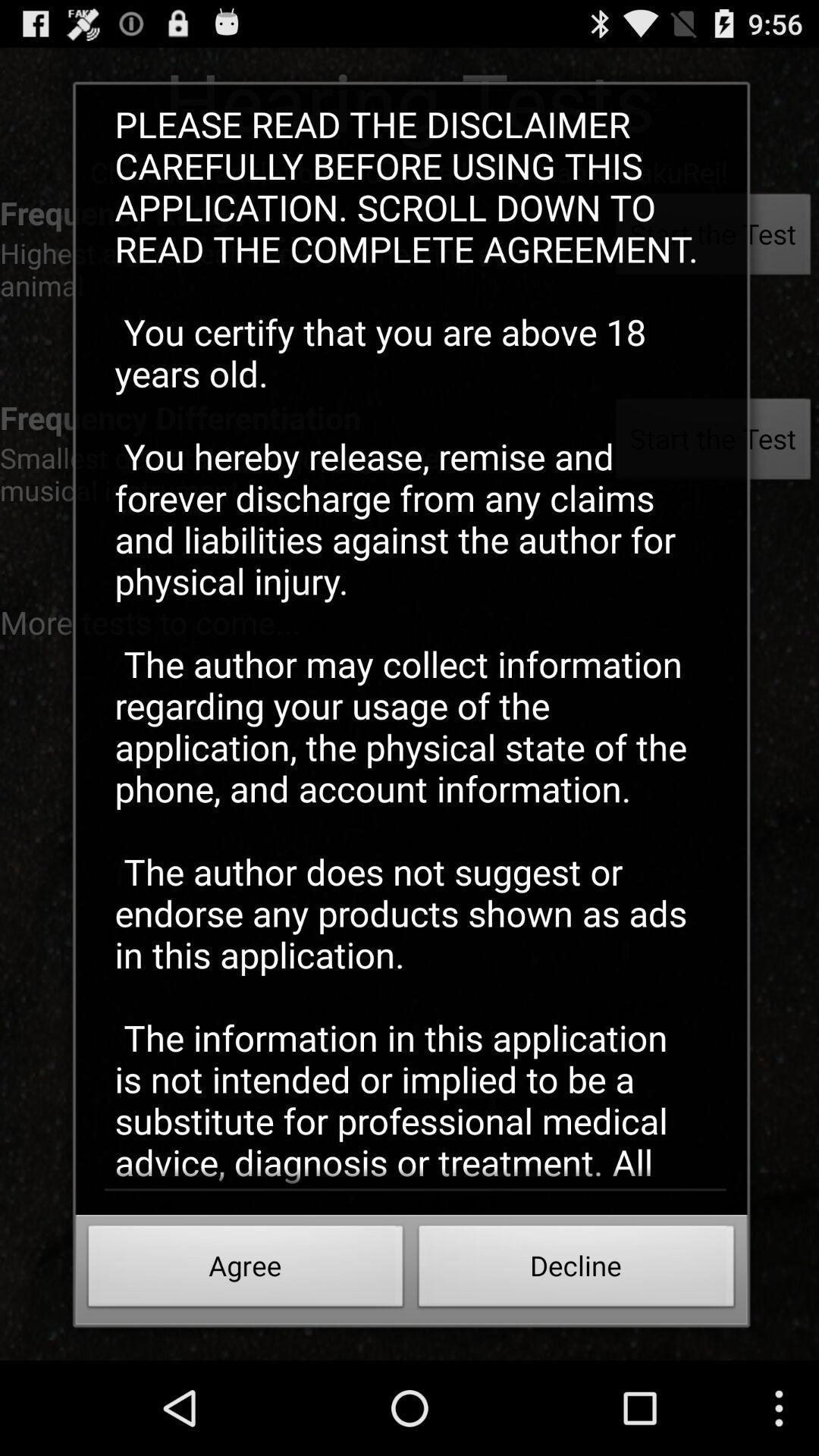 This screenshot has width=819, height=1456. Describe the element at coordinates (245, 1270) in the screenshot. I see `agree button` at that location.